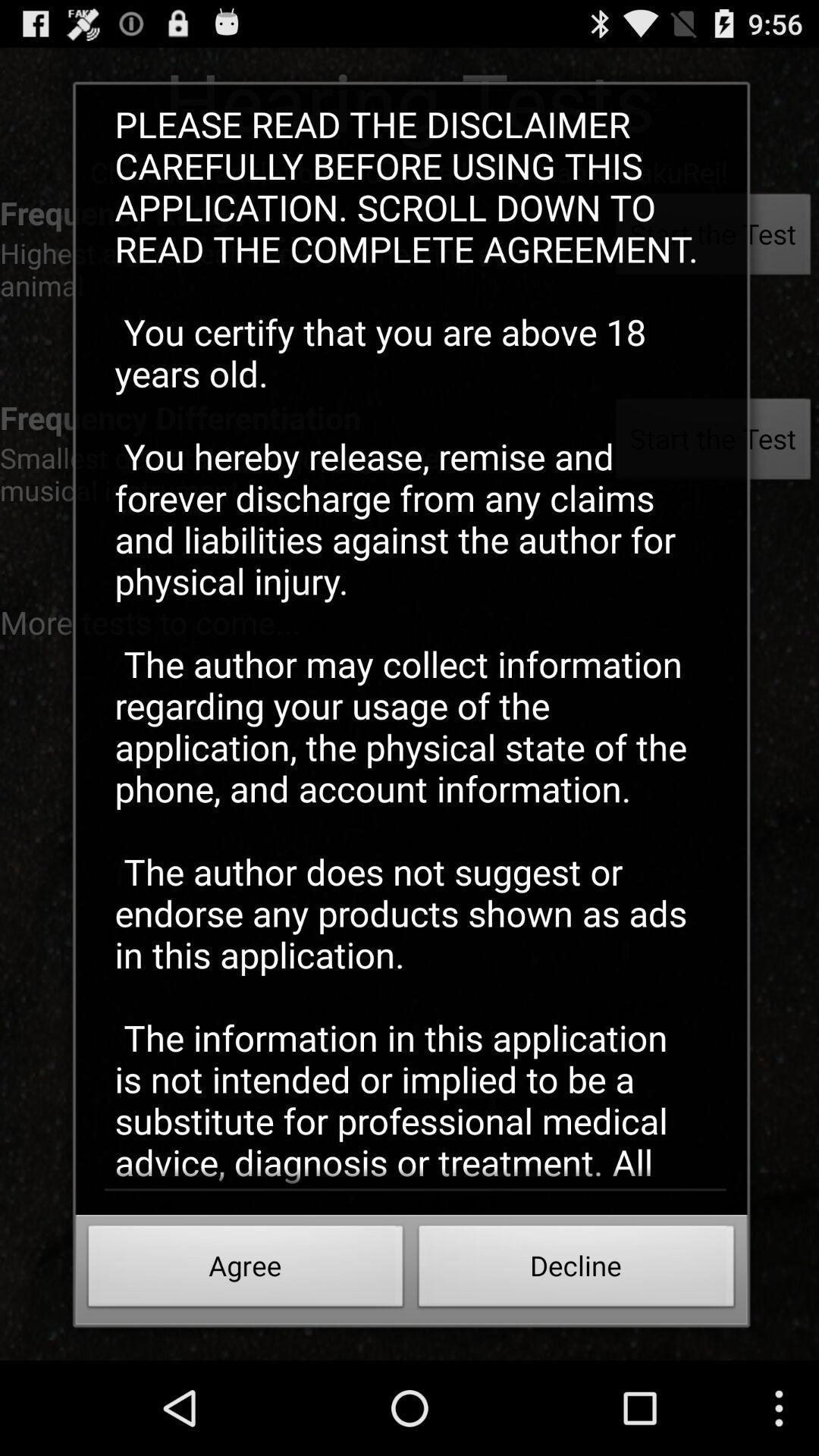 This screenshot has width=819, height=1456. Describe the element at coordinates (245, 1270) in the screenshot. I see `agree button` at that location.